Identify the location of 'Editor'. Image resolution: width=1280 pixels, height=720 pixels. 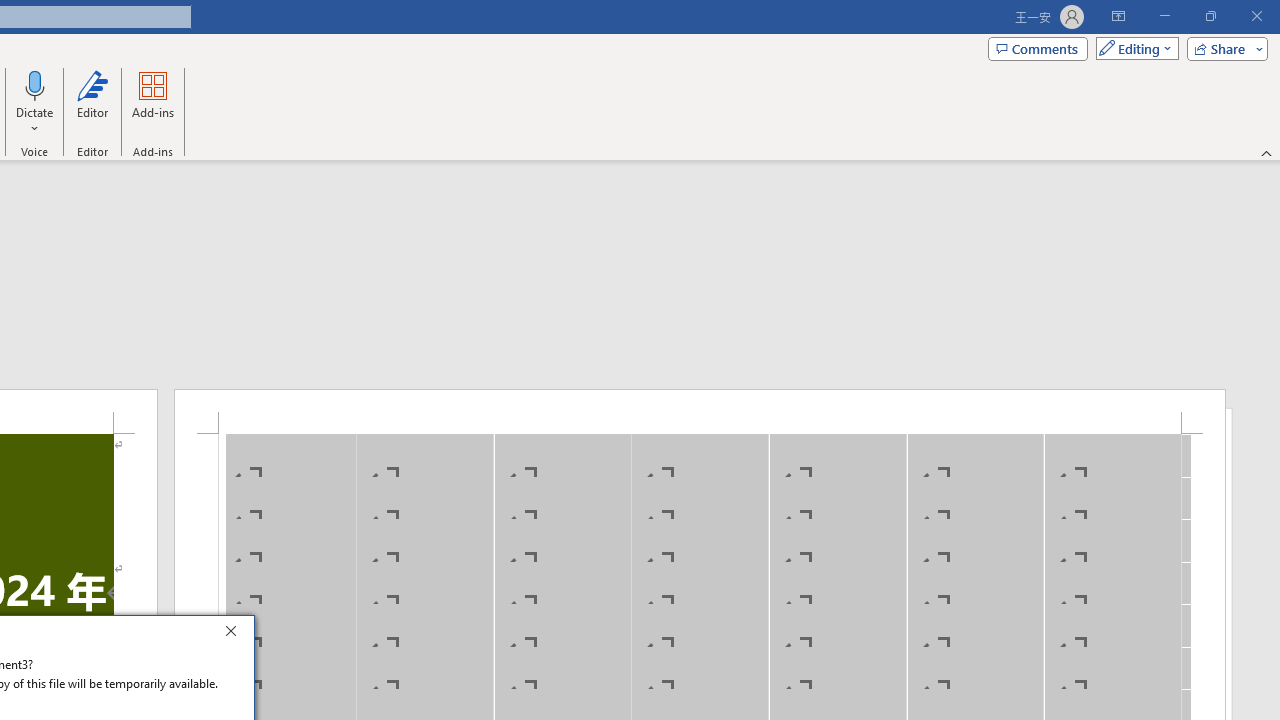
(91, 103).